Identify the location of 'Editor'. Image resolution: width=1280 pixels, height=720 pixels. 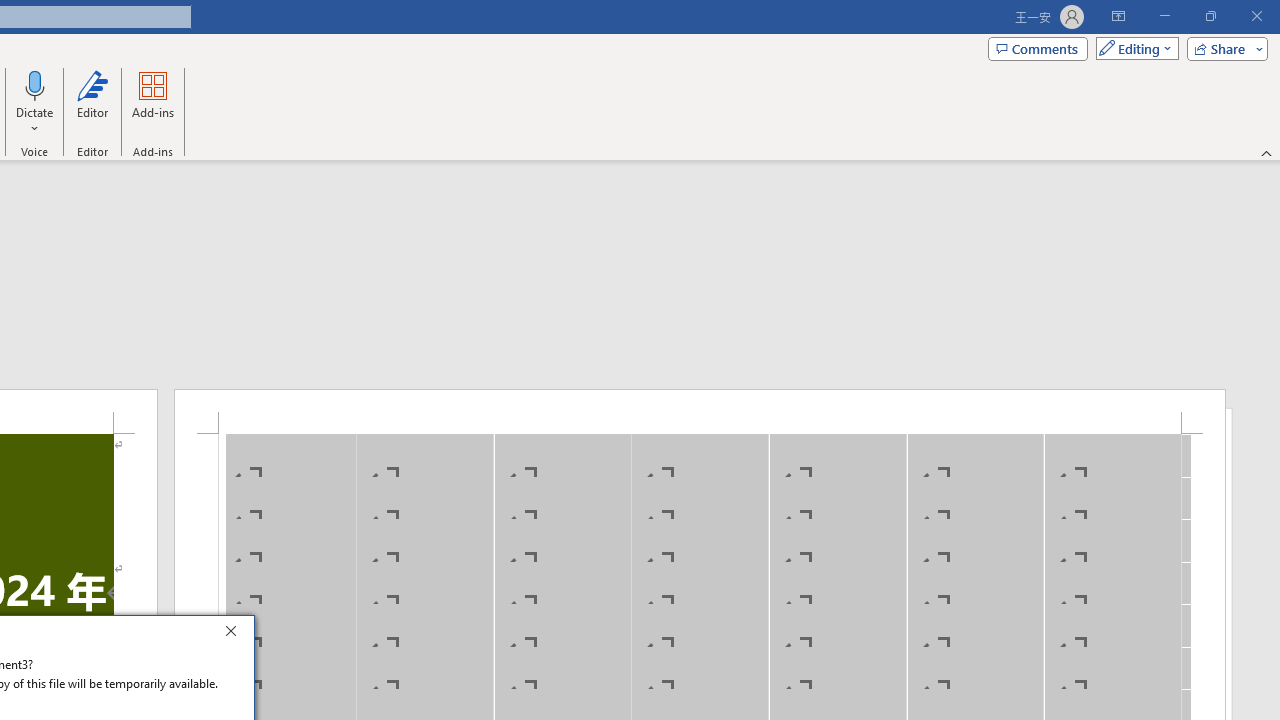
(91, 103).